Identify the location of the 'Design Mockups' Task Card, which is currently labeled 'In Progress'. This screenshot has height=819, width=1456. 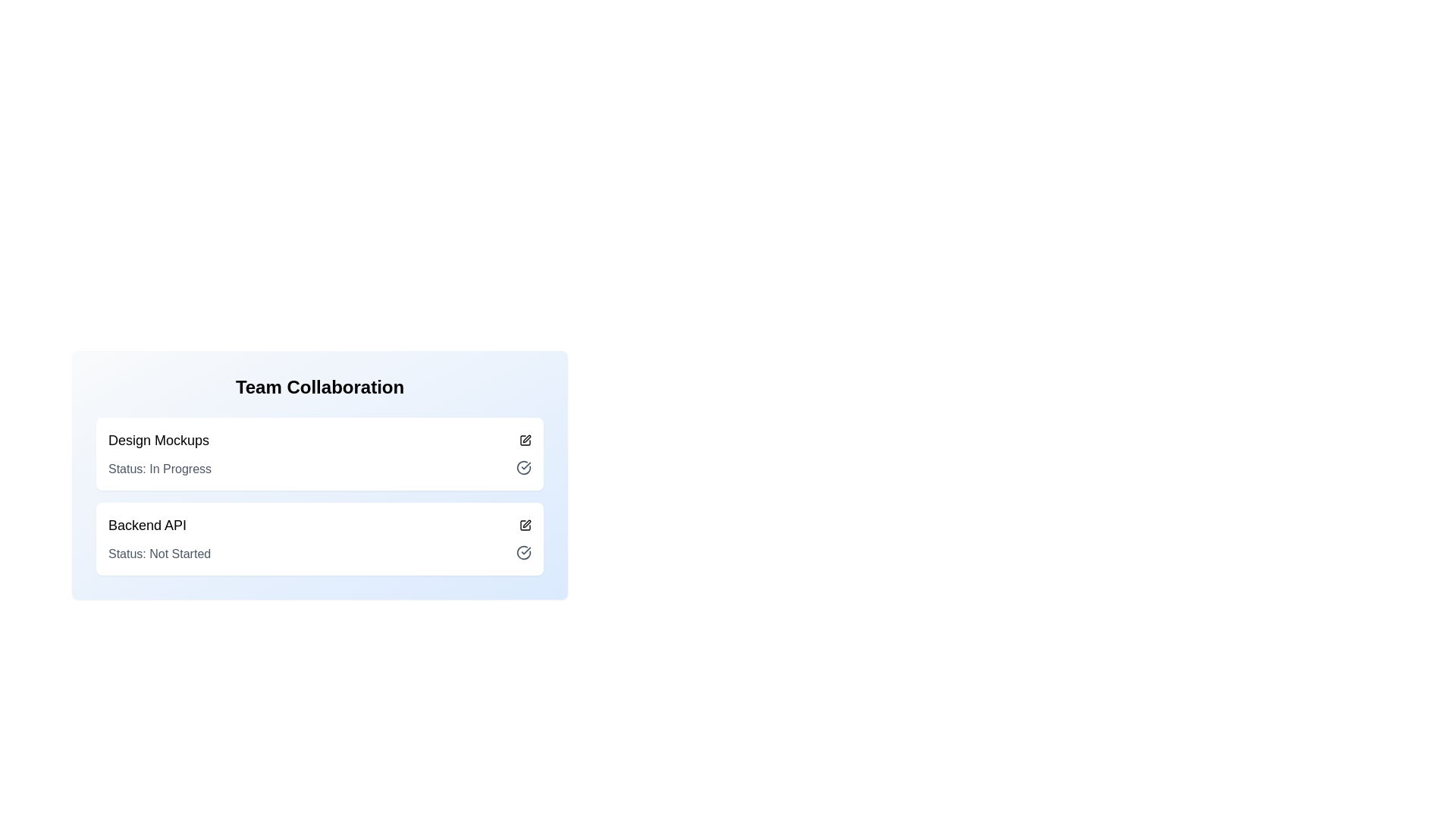
(319, 453).